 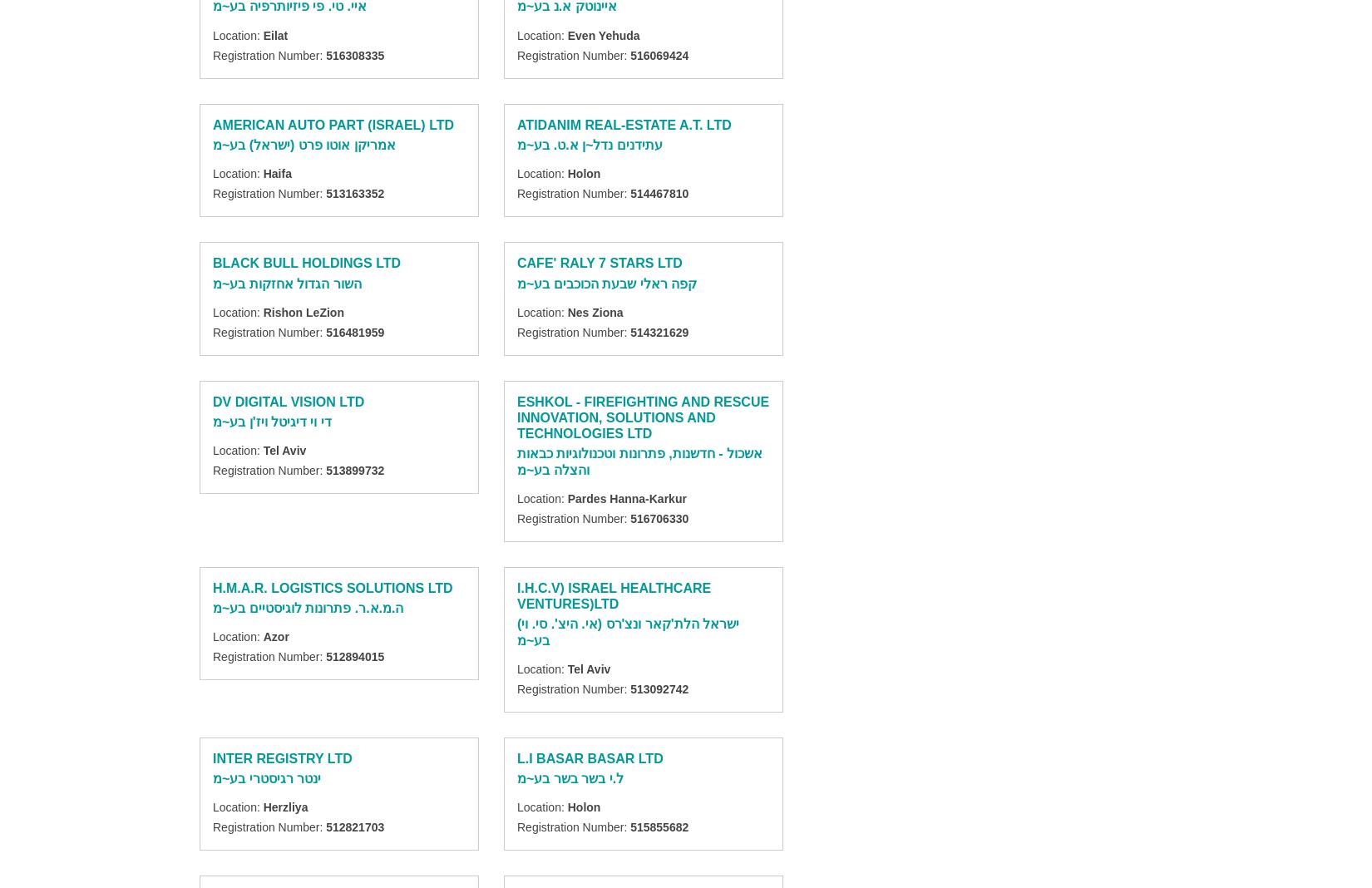 I want to click on 'ה.מ.א.ר. פתרונות לוגיסטיים בע~מ', so click(x=213, y=608).